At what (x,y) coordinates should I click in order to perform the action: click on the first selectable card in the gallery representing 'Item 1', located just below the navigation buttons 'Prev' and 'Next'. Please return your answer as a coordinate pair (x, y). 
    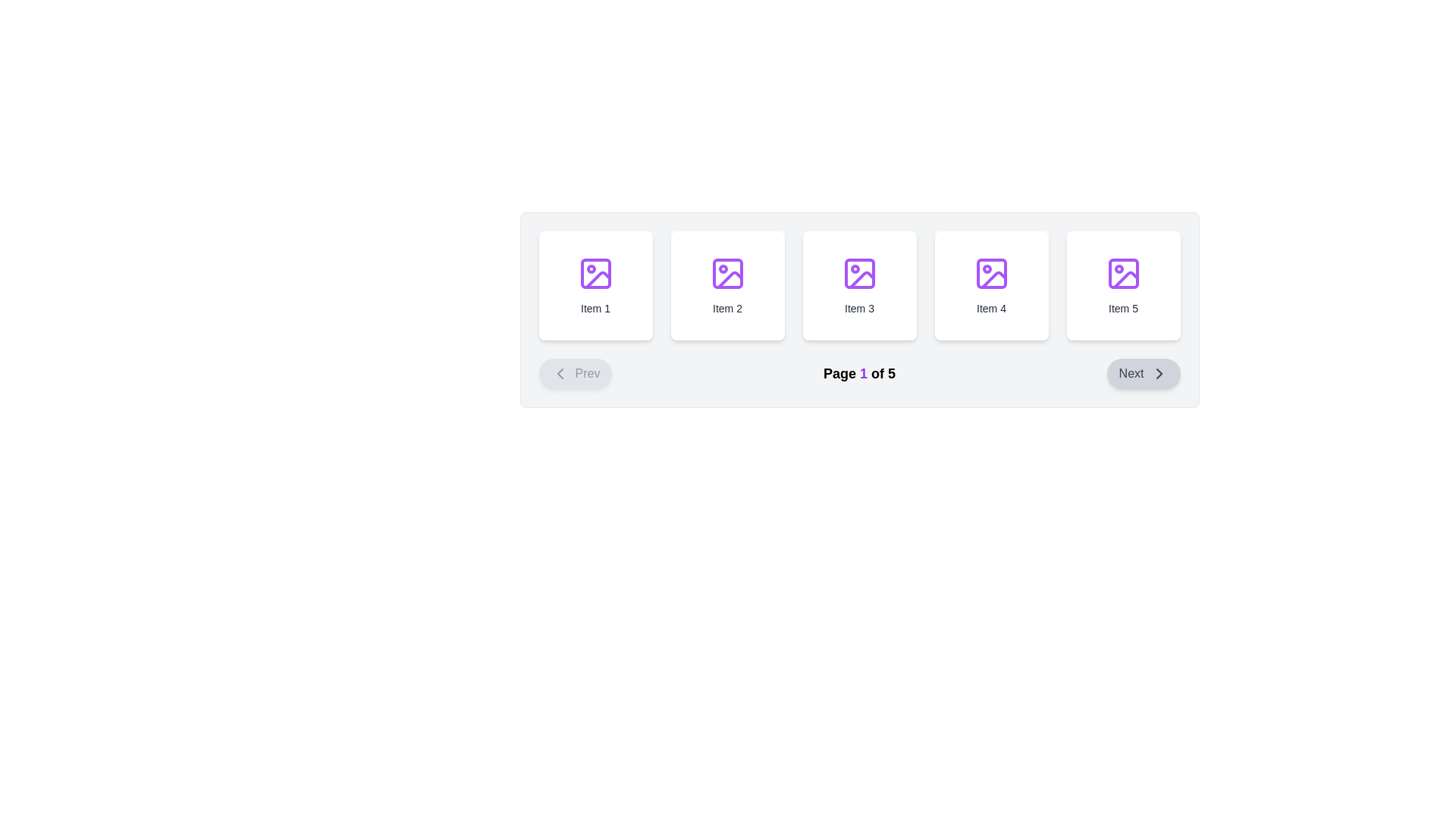
    Looking at the image, I should click on (595, 286).